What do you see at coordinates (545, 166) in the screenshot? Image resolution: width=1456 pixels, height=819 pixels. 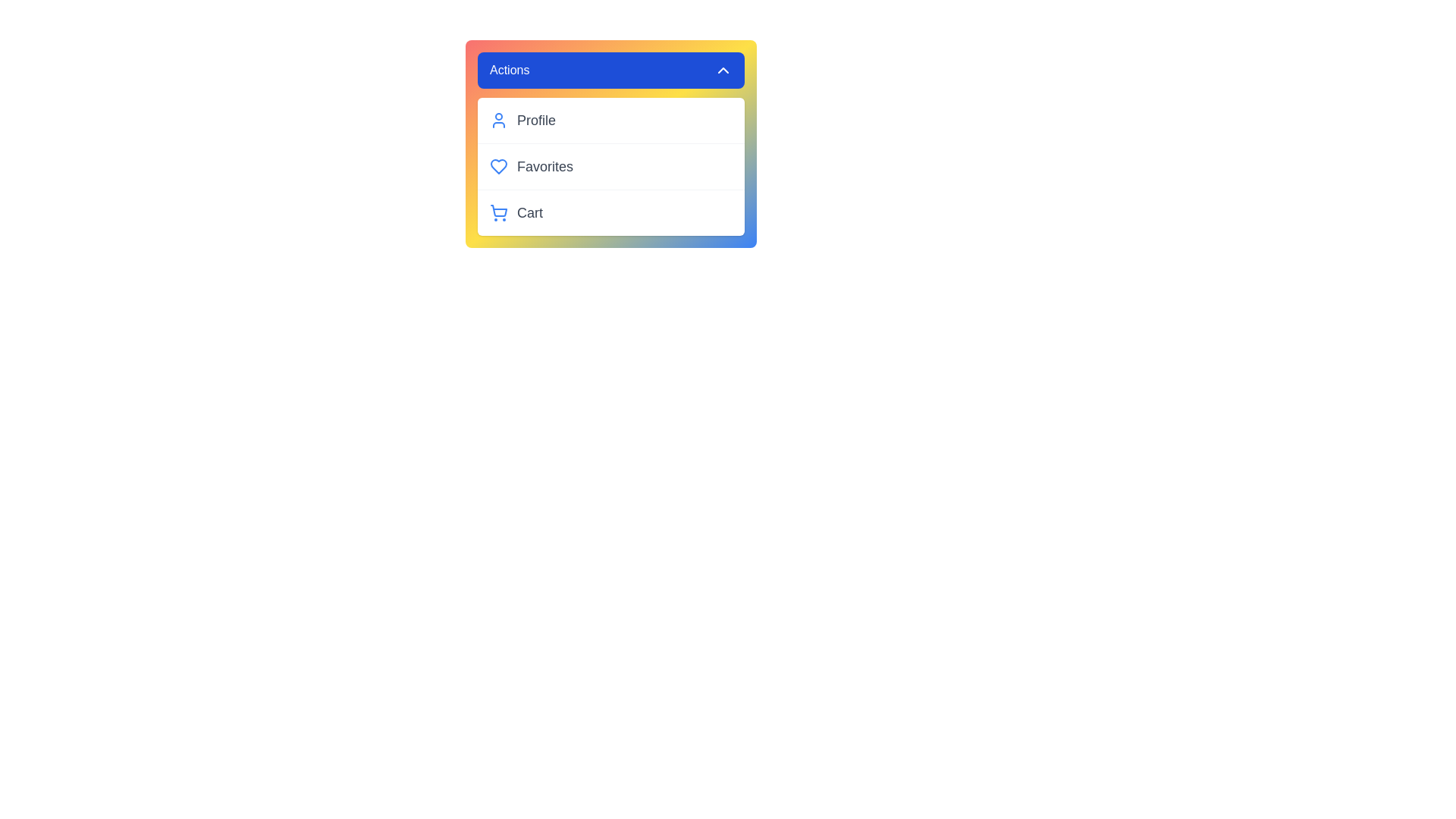 I see `the 'Favorites' text label which is in a medium-sized, gray-colored font, located in the second row of the vertical menu labeled 'Actions', between 'Profile' and 'Cart'` at bounding box center [545, 166].